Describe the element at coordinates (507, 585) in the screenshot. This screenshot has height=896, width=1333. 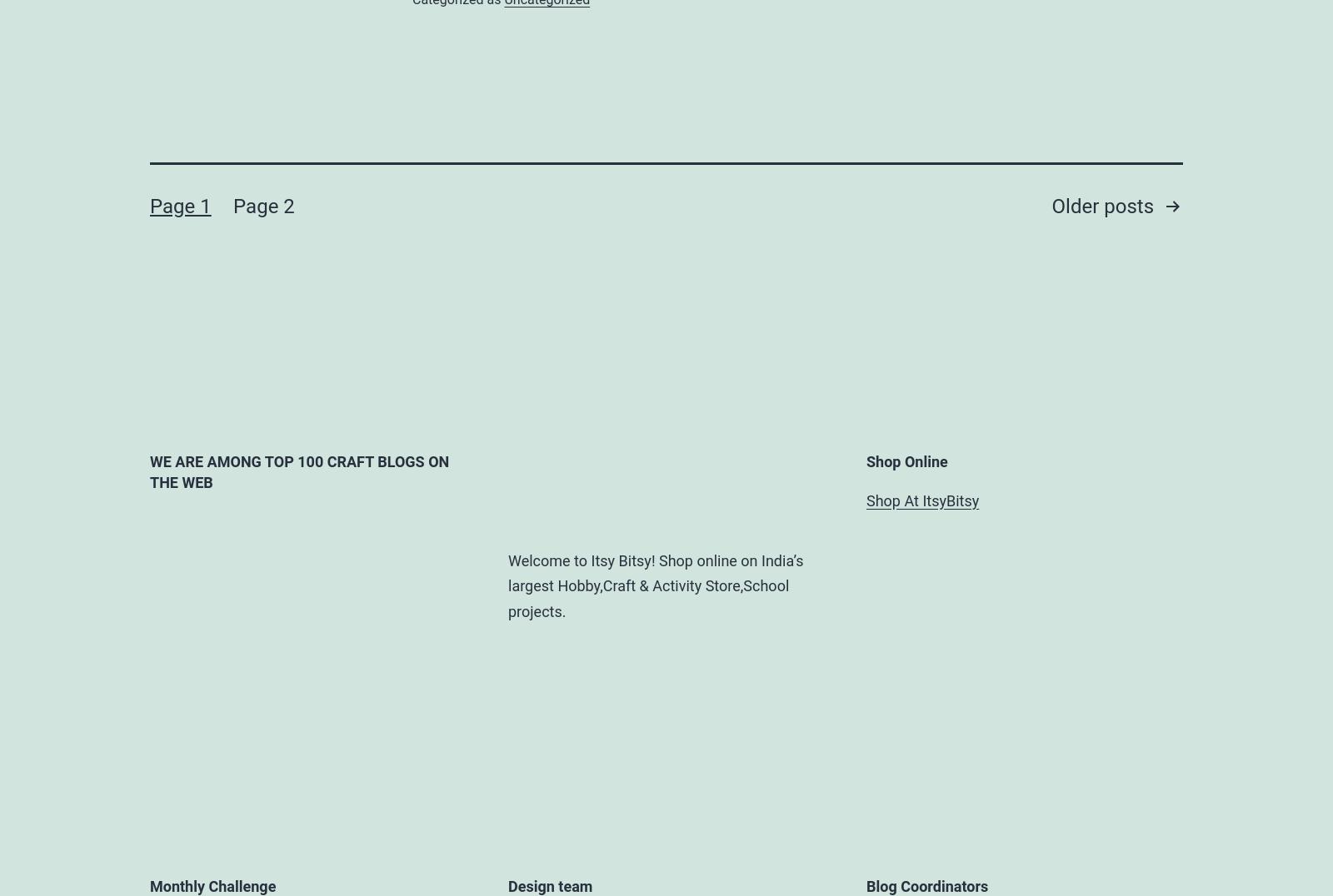
I see `'Welcome to Itsy Bitsy! Shop online on India’s largest Hobby,Craft & Activity Store,School projects.'` at that location.